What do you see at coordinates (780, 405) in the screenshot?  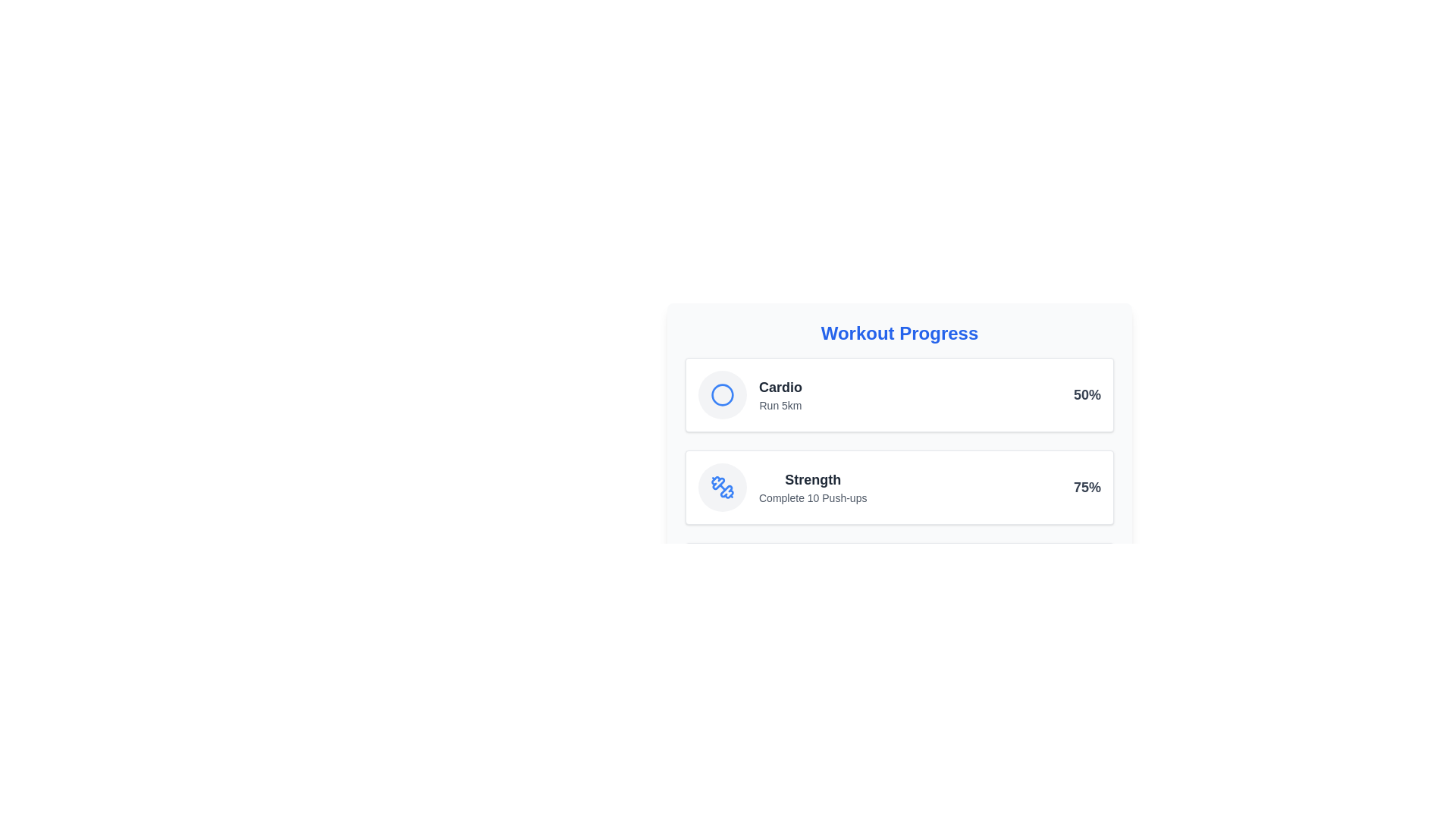 I see `the text display that shows 'Run 5km', which is located below the 'Cardio' label in the workout progress section` at bounding box center [780, 405].